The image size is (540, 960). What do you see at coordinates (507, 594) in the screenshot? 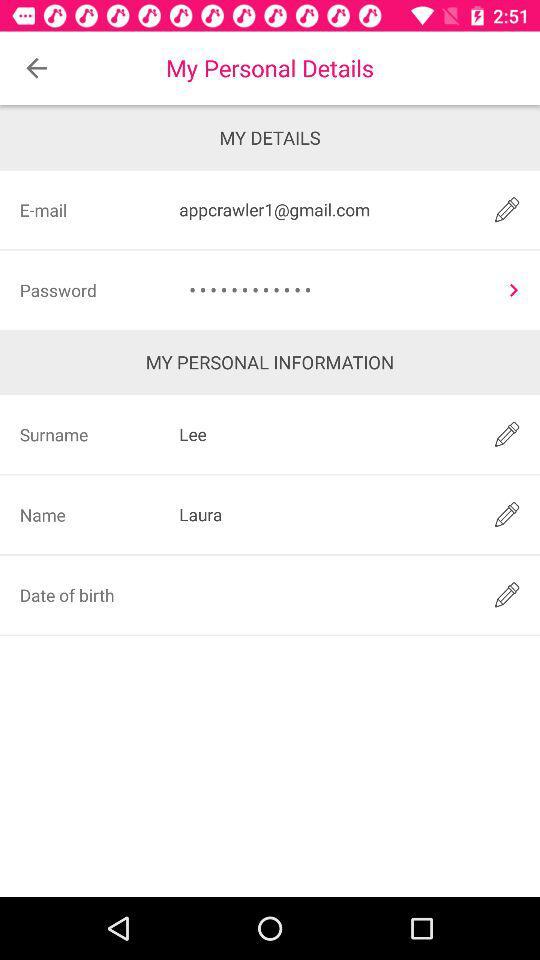
I see `edit date of birth` at bounding box center [507, 594].